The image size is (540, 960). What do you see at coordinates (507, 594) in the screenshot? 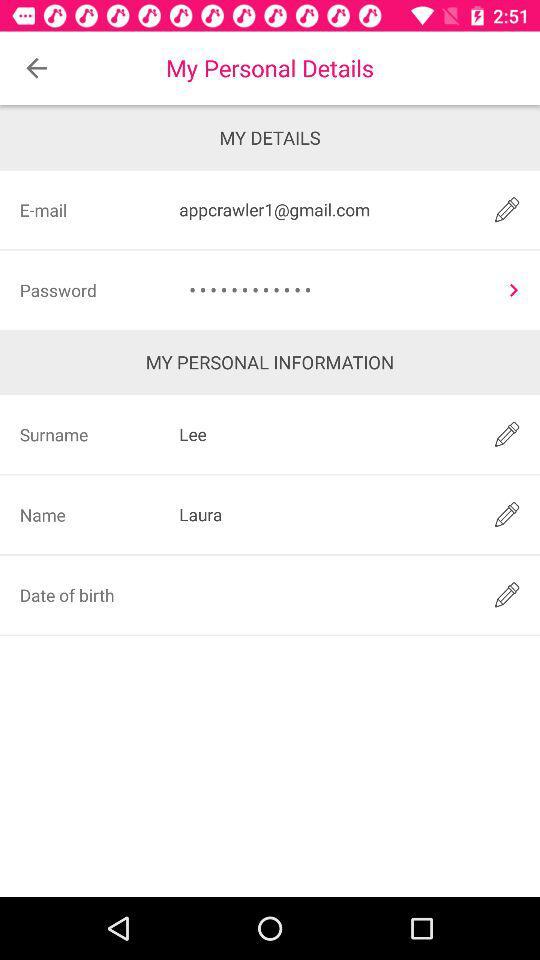
I see `edit date of birth` at bounding box center [507, 594].